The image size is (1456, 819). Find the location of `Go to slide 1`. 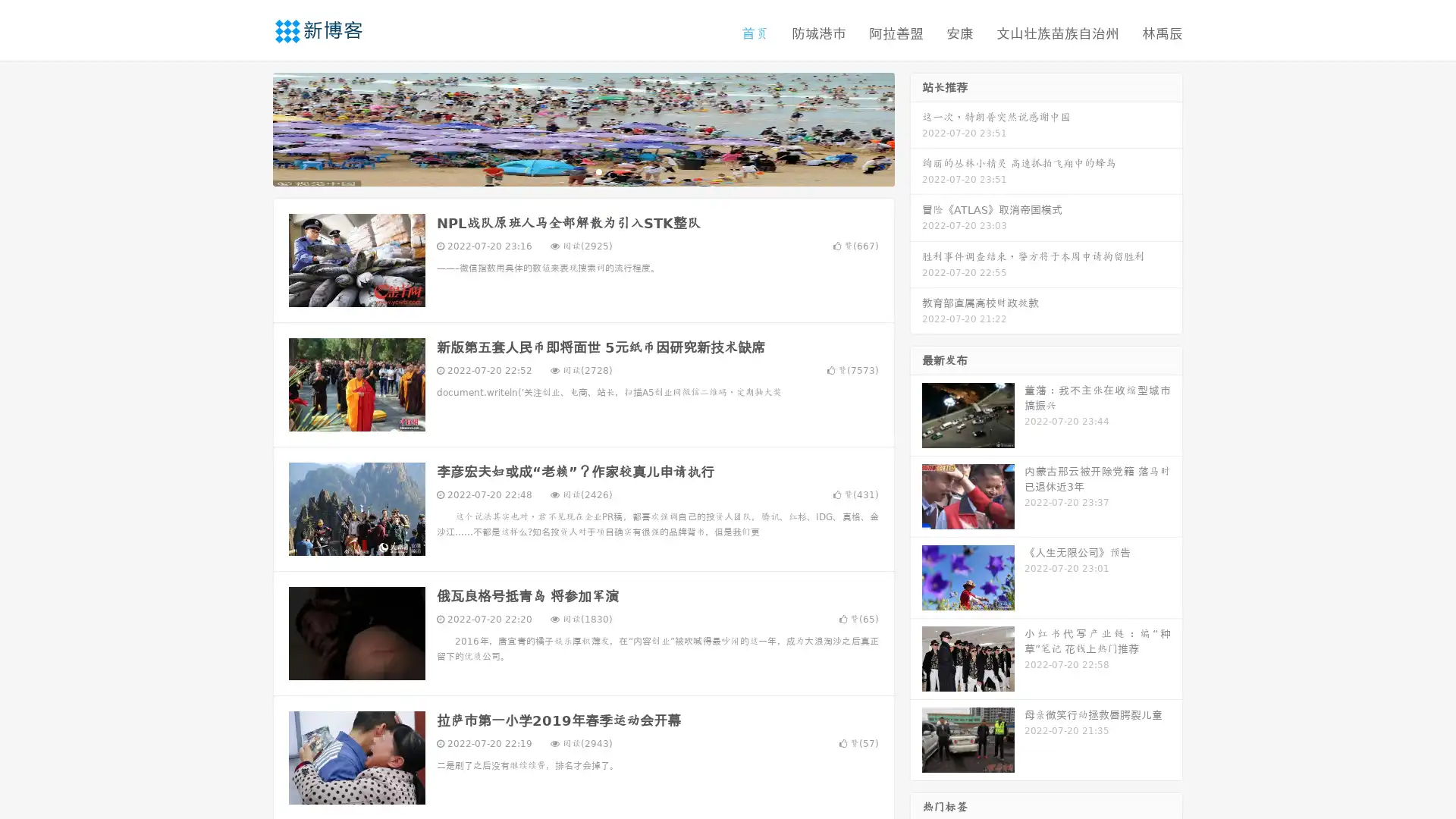

Go to slide 1 is located at coordinates (567, 171).